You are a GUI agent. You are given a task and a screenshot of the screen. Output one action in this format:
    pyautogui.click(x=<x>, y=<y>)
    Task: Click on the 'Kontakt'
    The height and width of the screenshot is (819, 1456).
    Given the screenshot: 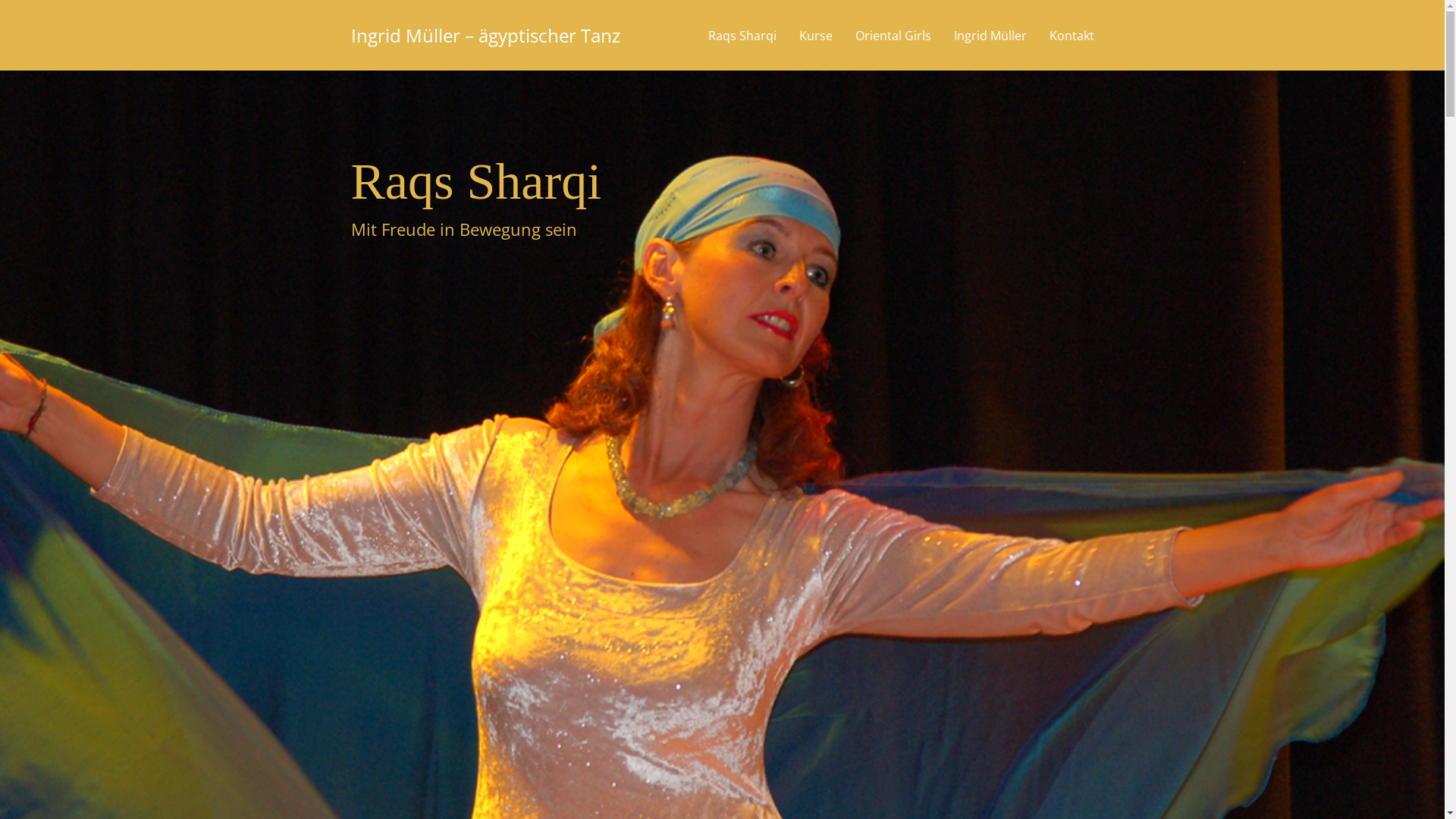 What is the action you would take?
    pyautogui.click(x=1037, y=34)
    